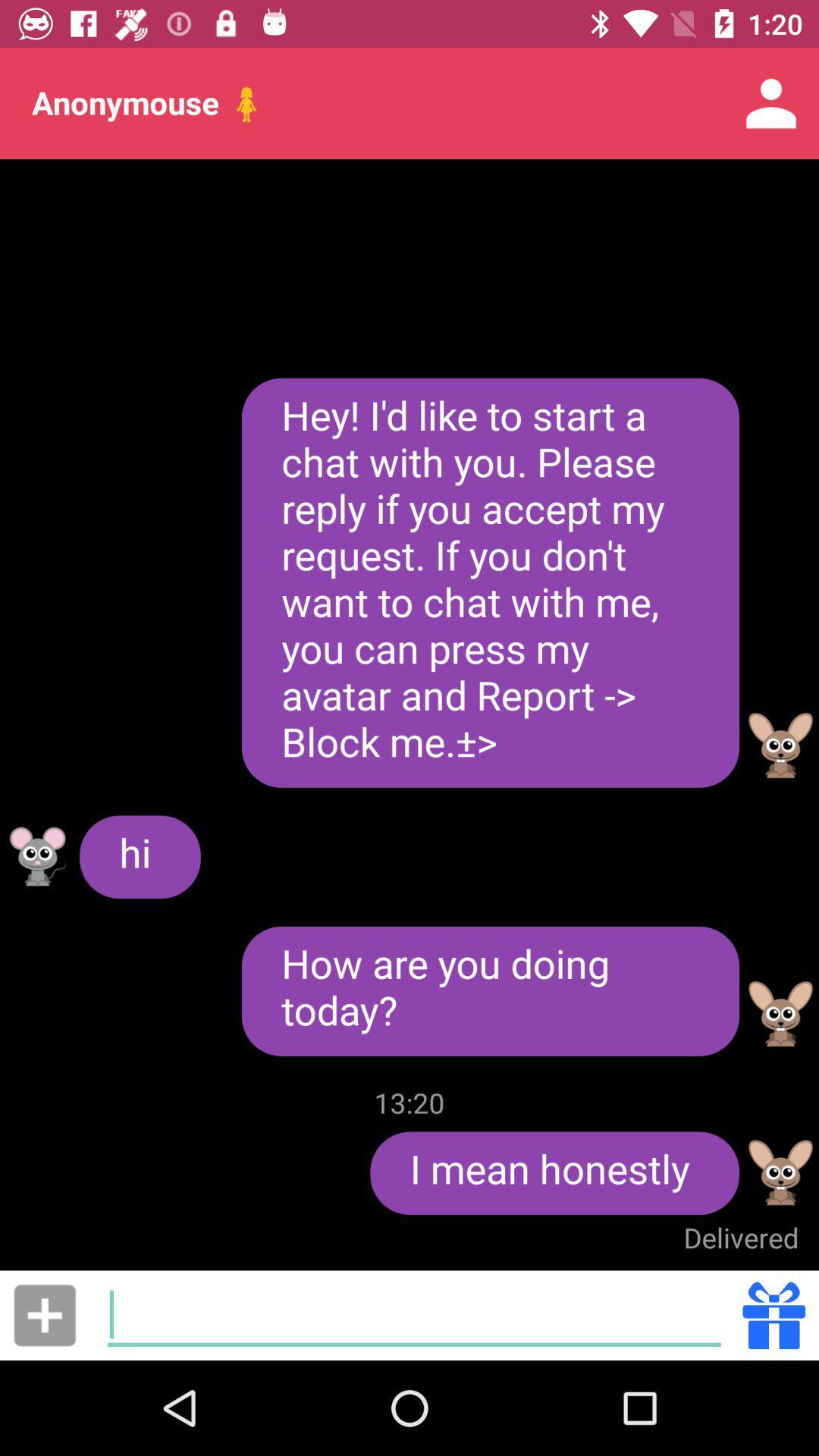 The width and height of the screenshot is (819, 1456). I want to click on send a gift, so click(773, 1314).